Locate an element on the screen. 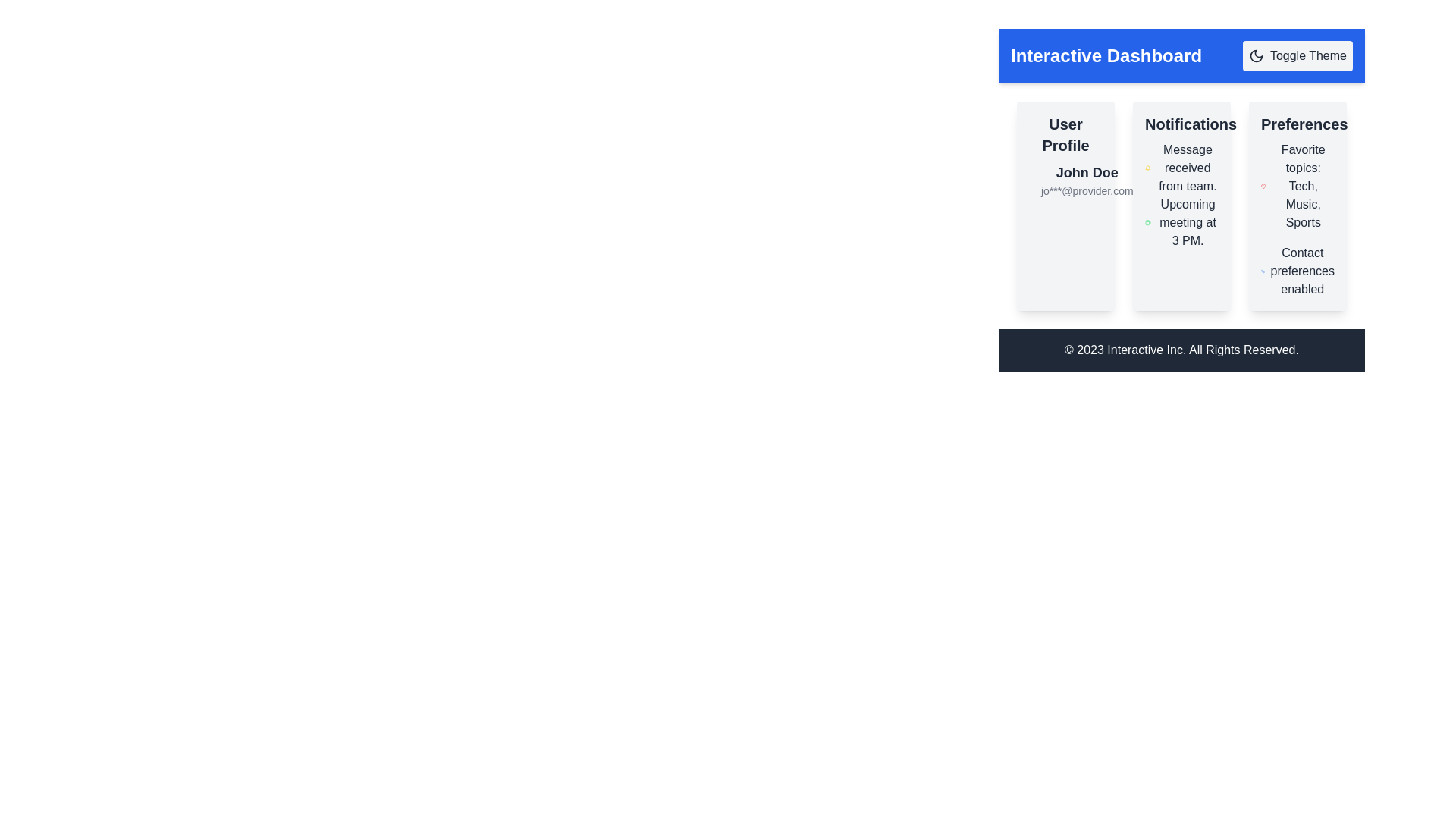 This screenshot has width=1456, height=819. the footer text block that provides copyright information at the bottom of the layout is located at coordinates (1181, 350).